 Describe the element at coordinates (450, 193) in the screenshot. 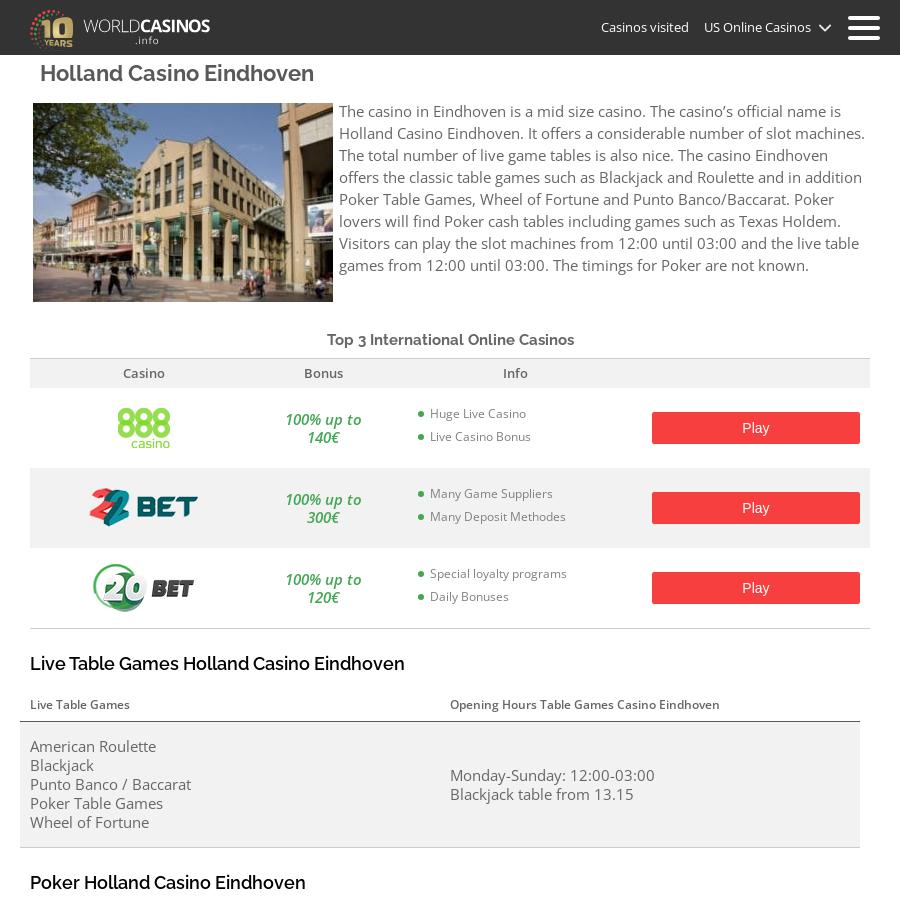

I see `'Online Slots'` at that location.